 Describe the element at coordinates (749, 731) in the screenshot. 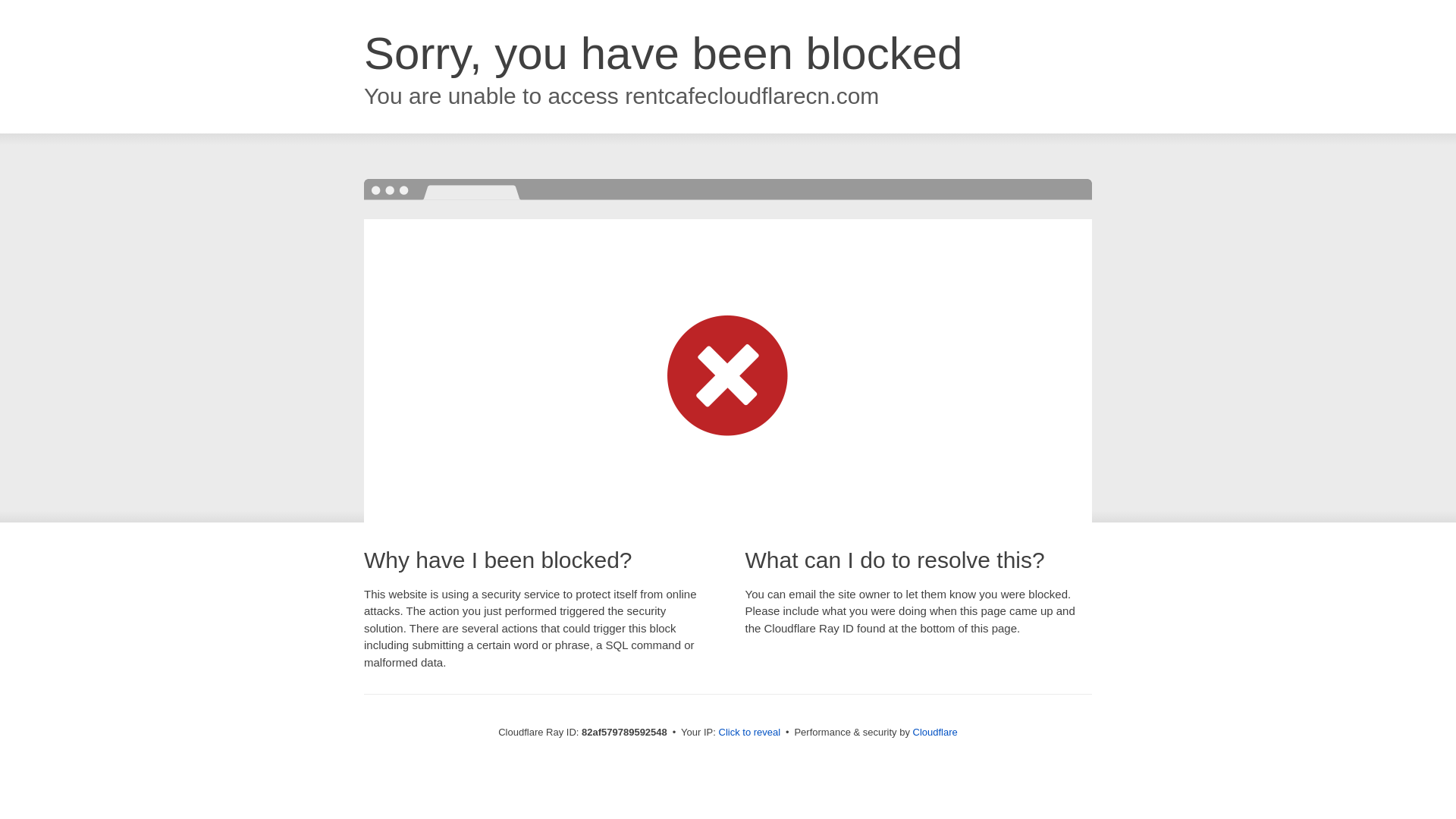

I see `'Click to reveal'` at that location.